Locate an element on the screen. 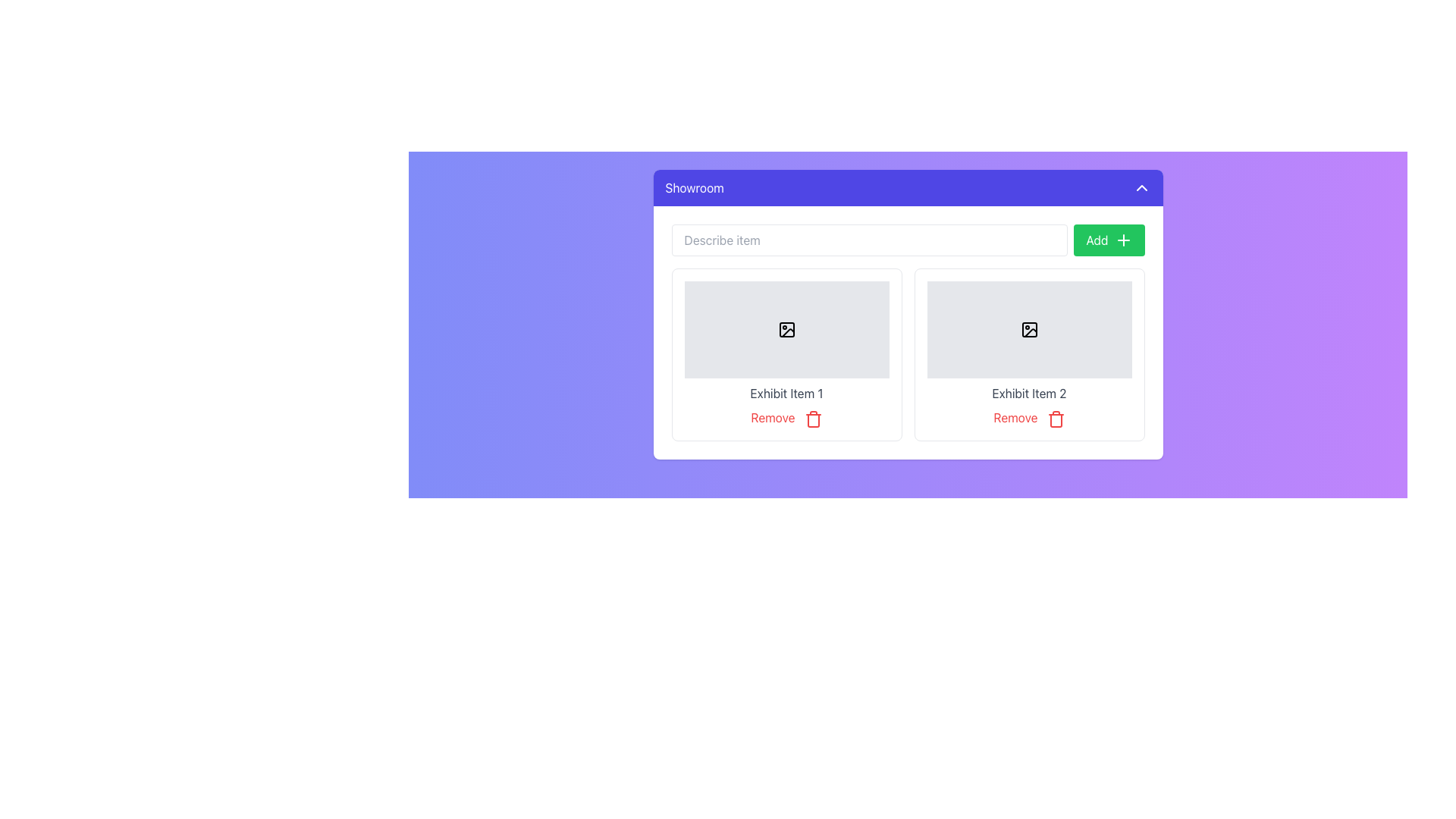 This screenshot has width=1456, height=819. the plus icon within the 'Add' button, which is located at the top-right corner of the content box is located at coordinates (1123, 239).